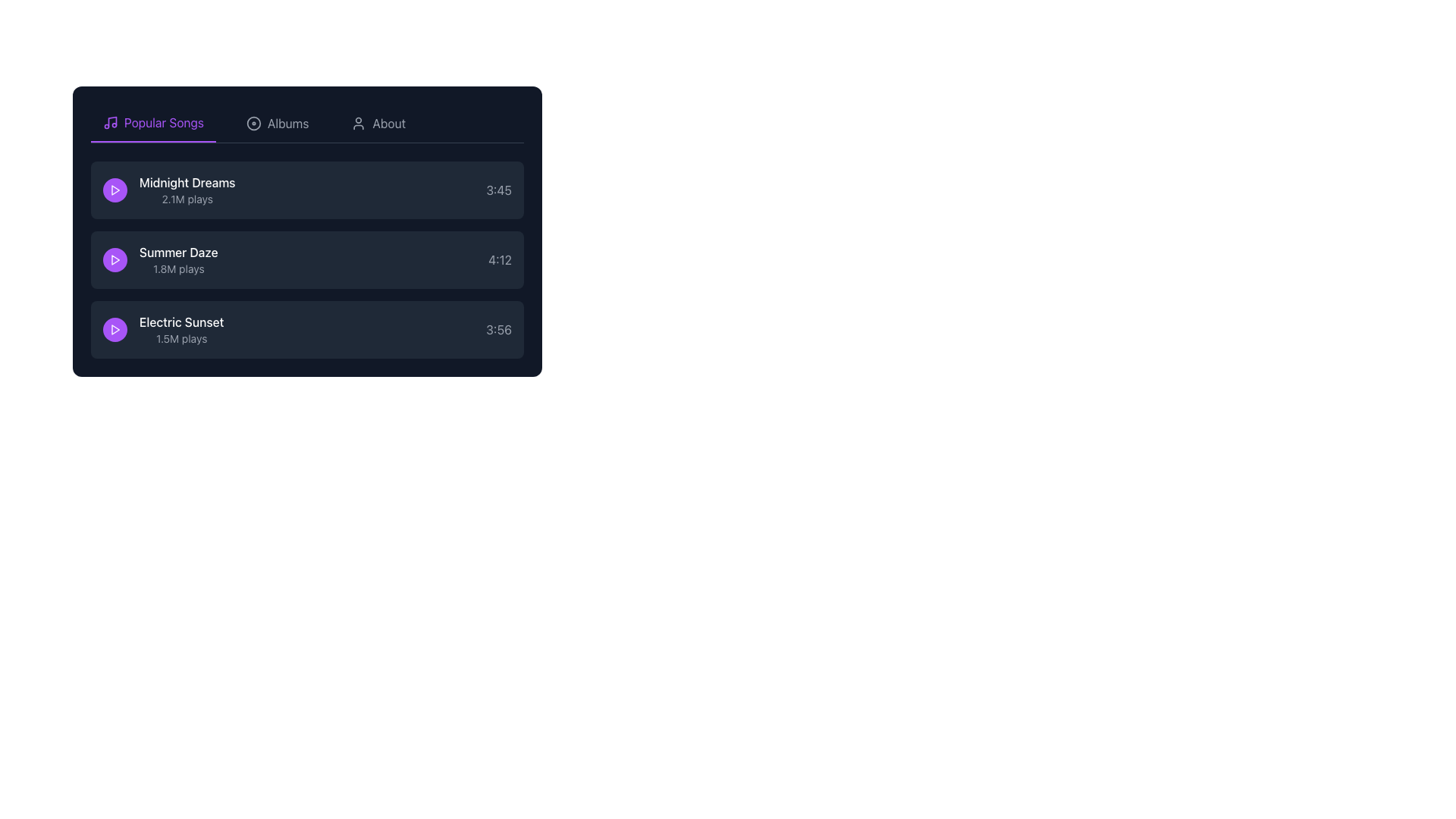 This screenshot has height=819, width=1456. What do you see at coordinates (181, 321) in the screenshot?
I see `the static text label displaying 'Electric Sunset' which is located in the third item of the song list in the music player interface` at bounding box center [181, 321].